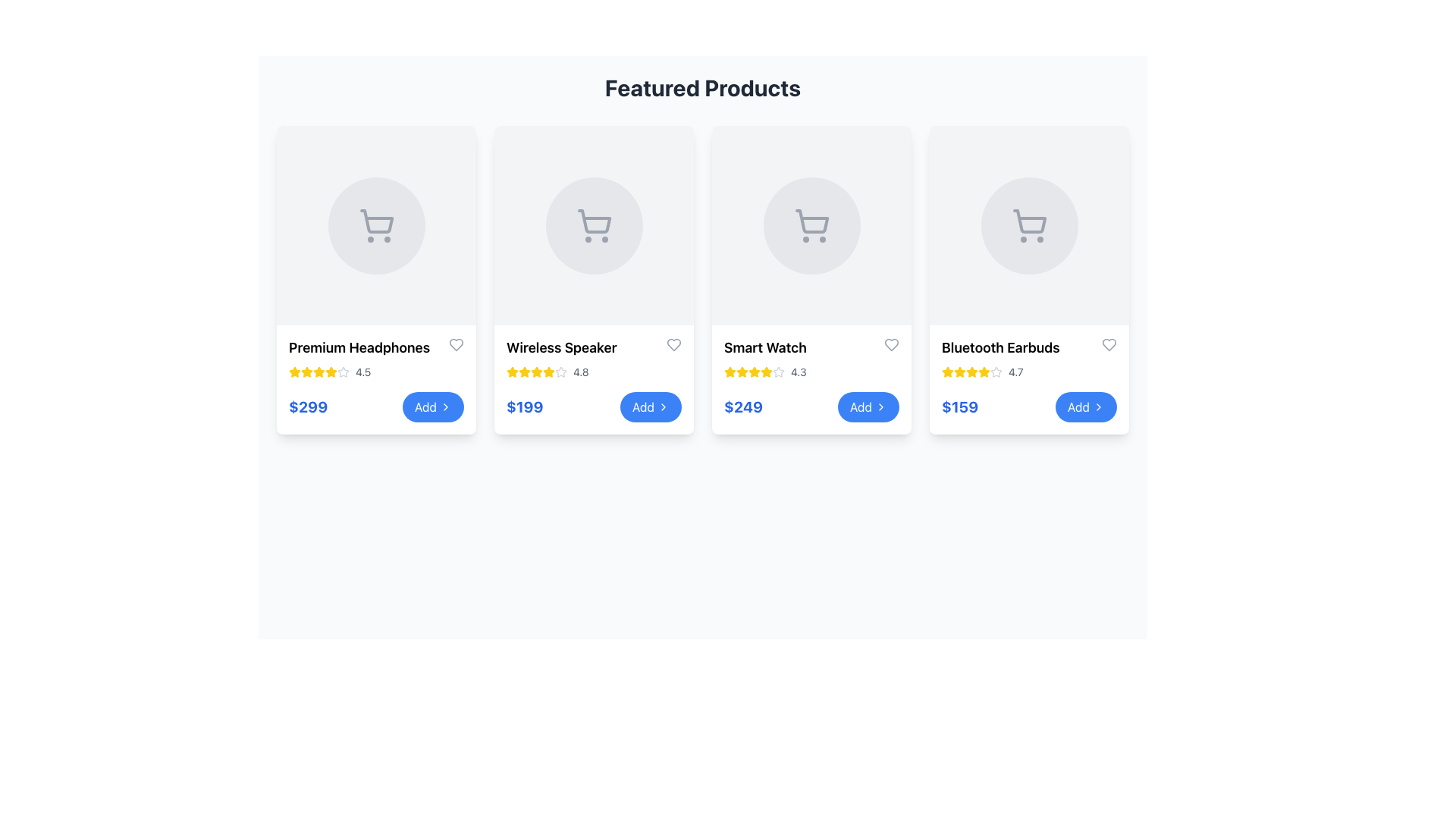 The image size is (1456, 819). What do you see at coordinates (560, 372) in the screenshot?
I see `the second star icon in the rating section of the 'Wireless Speaker' product card located in the second column of the featured products grid` at bounding box center [560, 372].